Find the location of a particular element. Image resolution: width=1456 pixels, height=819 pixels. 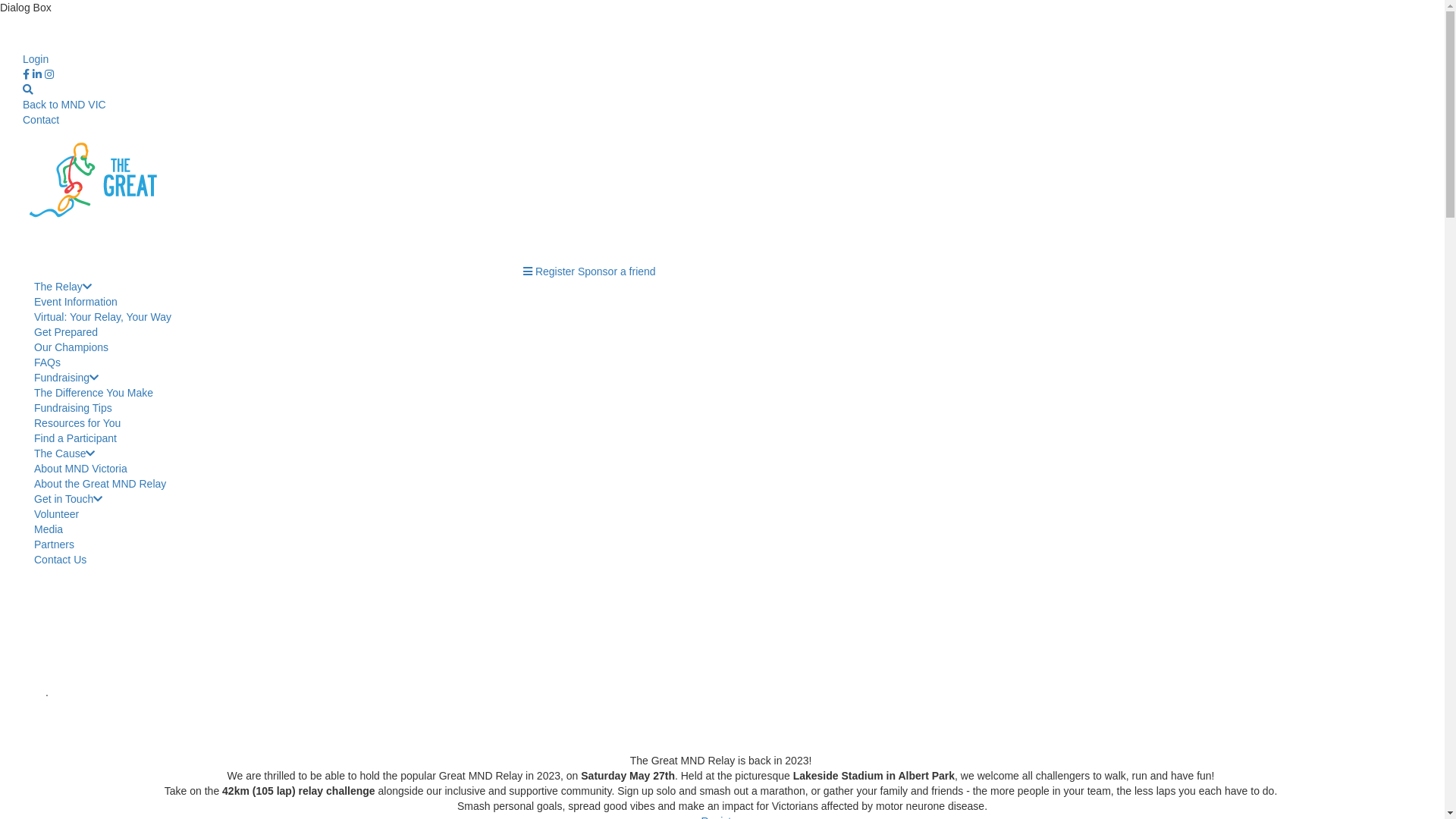

'The Difference You Make' is located at coordinates (93, 391).